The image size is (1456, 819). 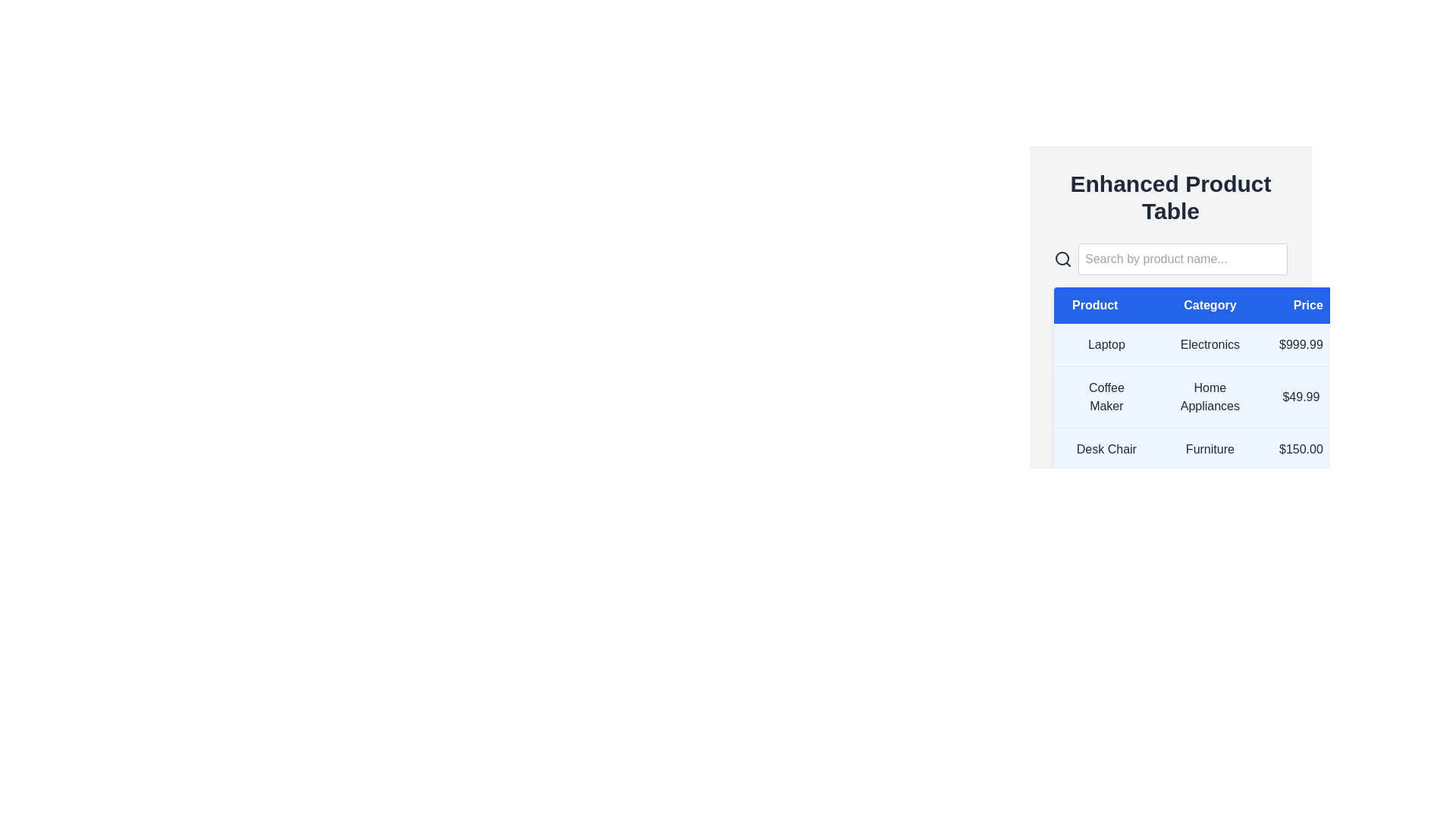 What do you see at coordinates (1062, 257) in the screenshot?
I see `the circular part of the magnifying glass icon, which serves as a visual indicator of the search functionality located to the left of the input field for searching, just above the table header titled 'Product.'` at bounding box center [1062, 257].